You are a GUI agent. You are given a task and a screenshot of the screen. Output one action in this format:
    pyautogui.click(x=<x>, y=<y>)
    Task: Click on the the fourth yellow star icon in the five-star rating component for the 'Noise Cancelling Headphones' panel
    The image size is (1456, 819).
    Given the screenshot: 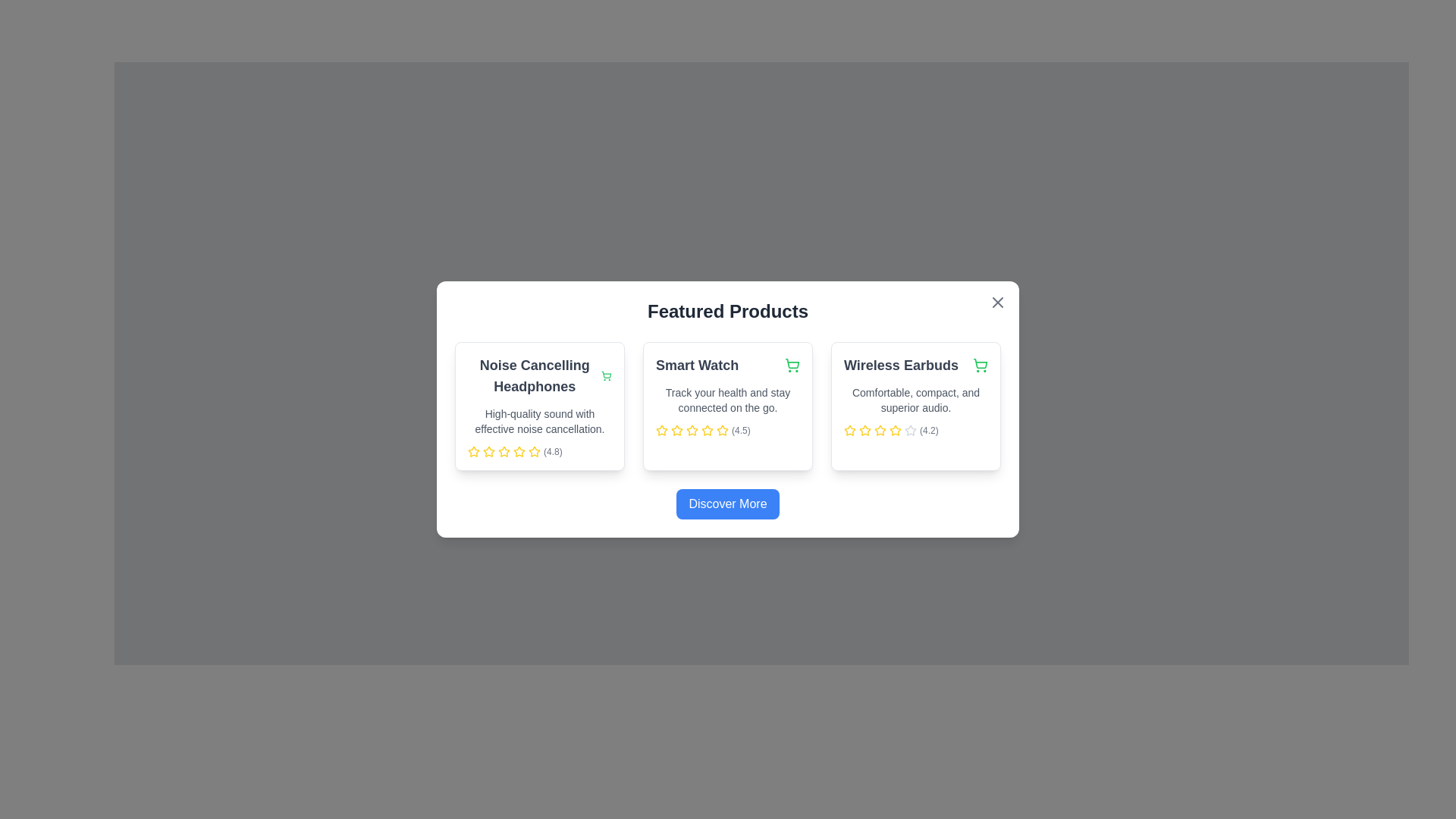 What is the action you would take?
    pyautogui.click(x=504, y=451)
    